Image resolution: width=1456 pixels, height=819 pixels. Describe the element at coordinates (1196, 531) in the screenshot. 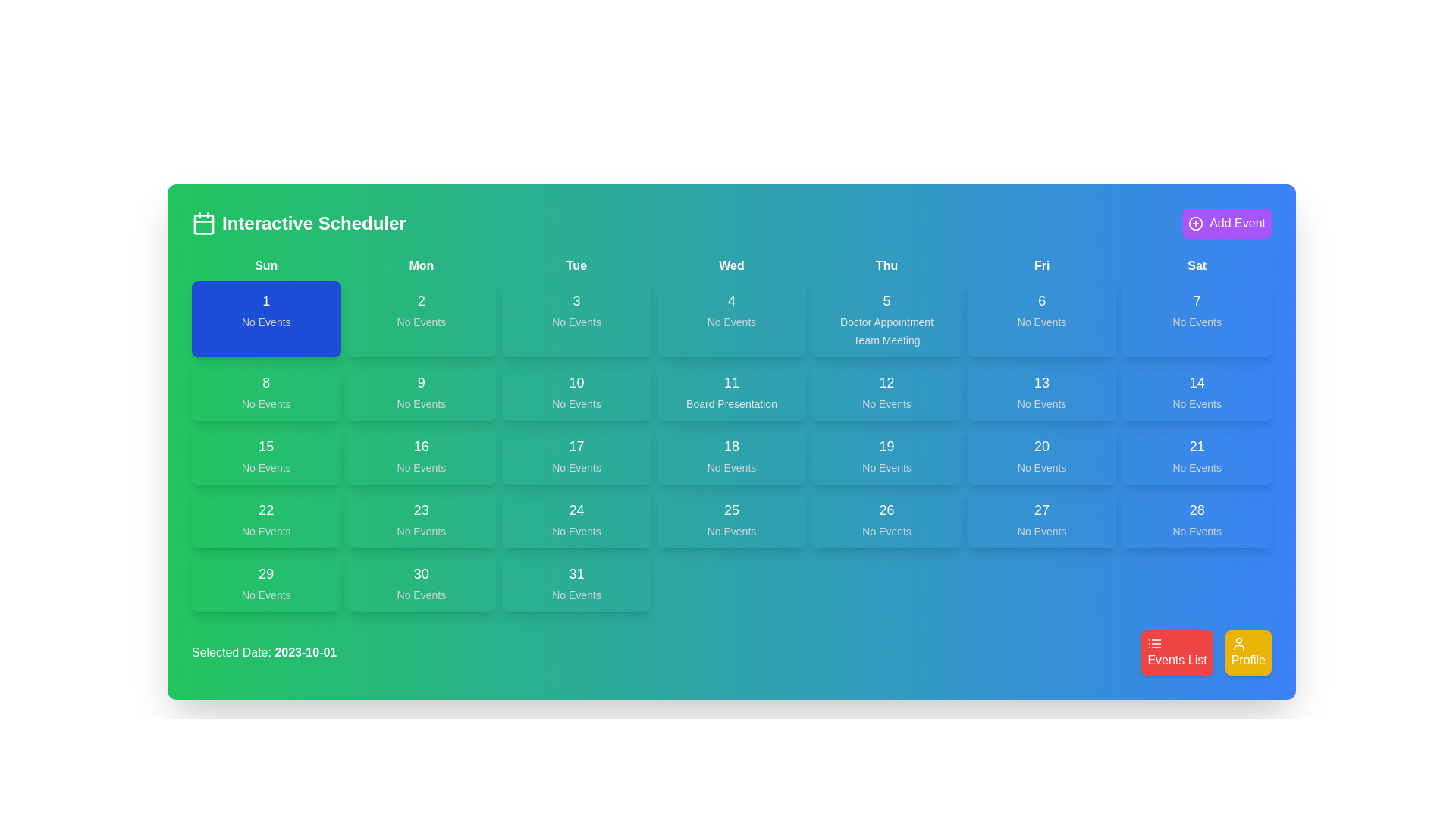

I see `the informational text label indicating no scheduled events for the date '28' in the calendar under the 'Saturday' column` at that location.